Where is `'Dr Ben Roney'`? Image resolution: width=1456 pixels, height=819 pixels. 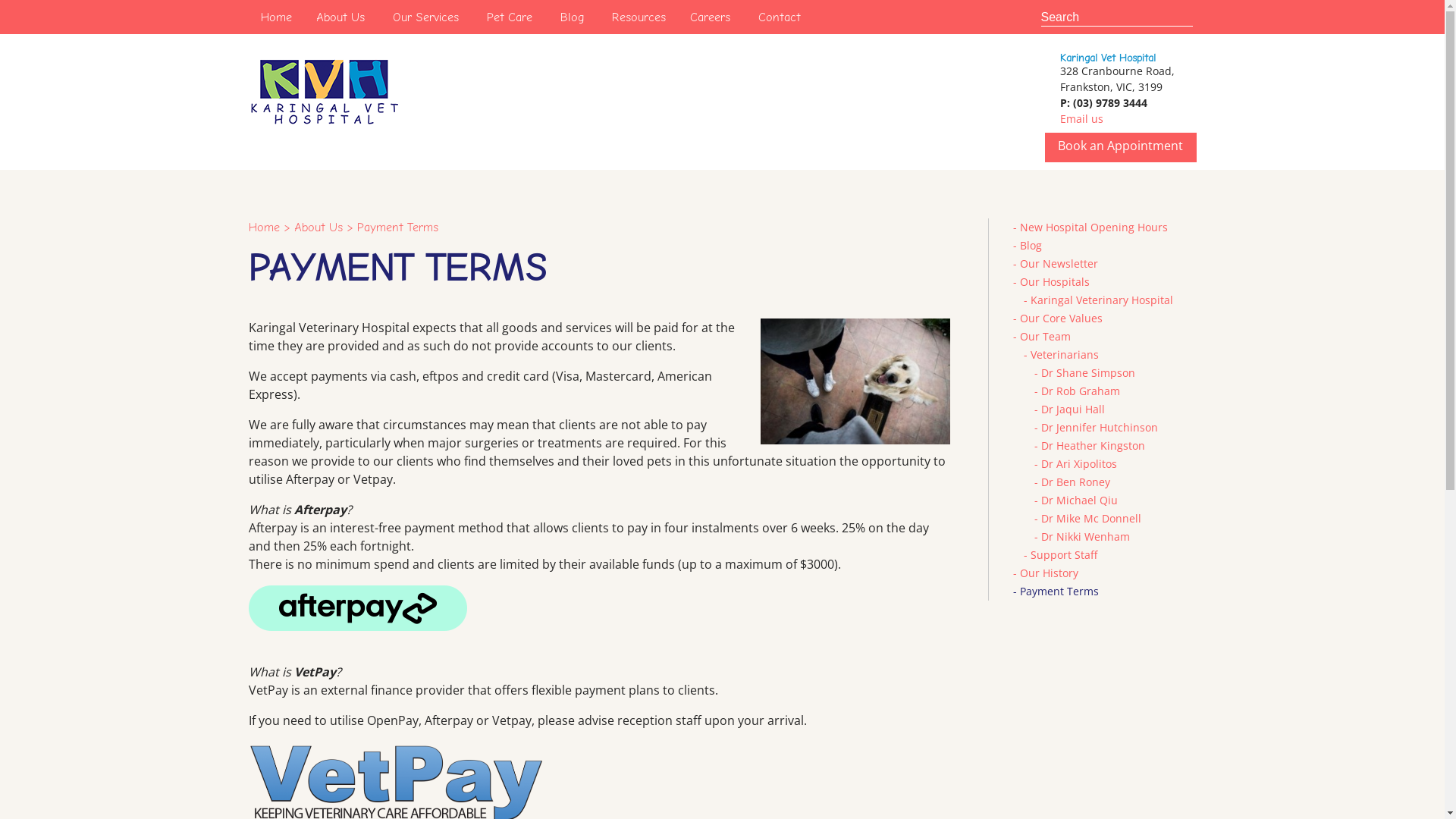
'Dr Ben Roney' is located at coordinates (1074, 482).